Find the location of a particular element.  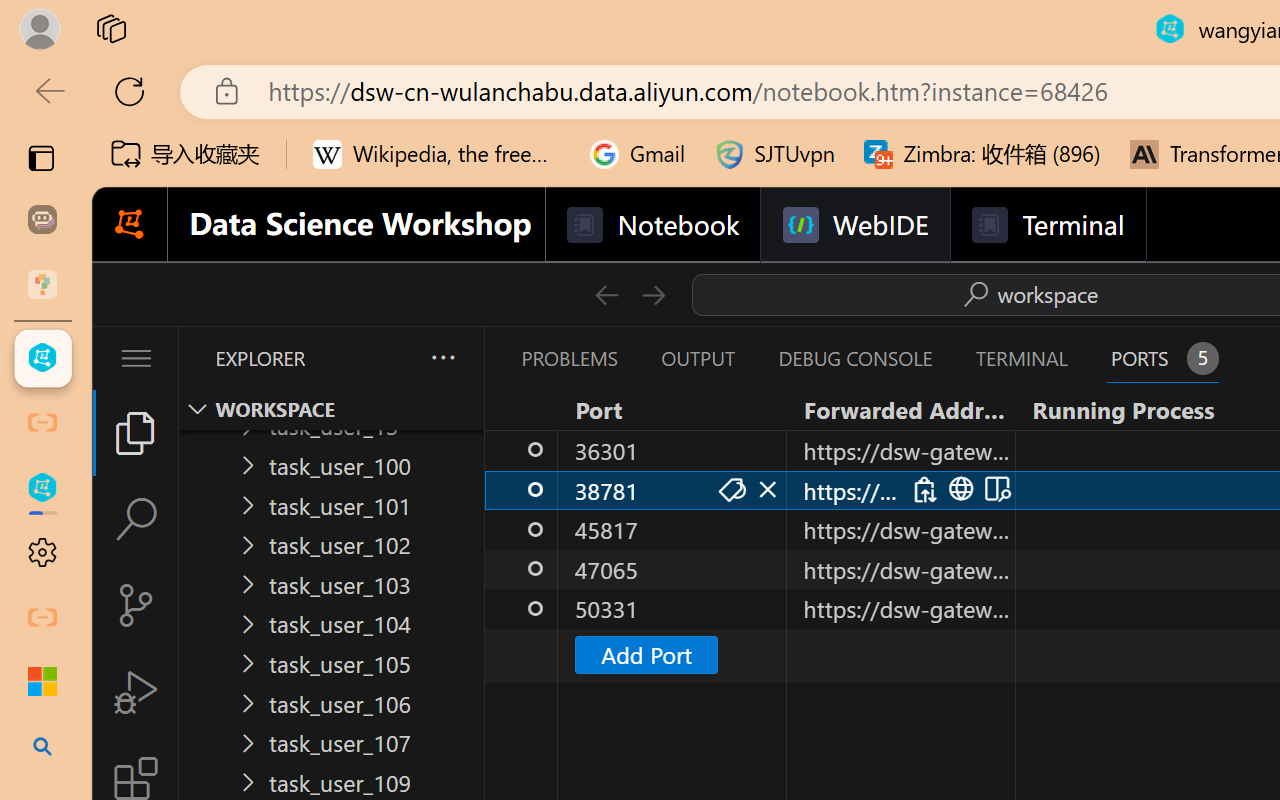

'Gmail' is located at coordinates (637, 154).